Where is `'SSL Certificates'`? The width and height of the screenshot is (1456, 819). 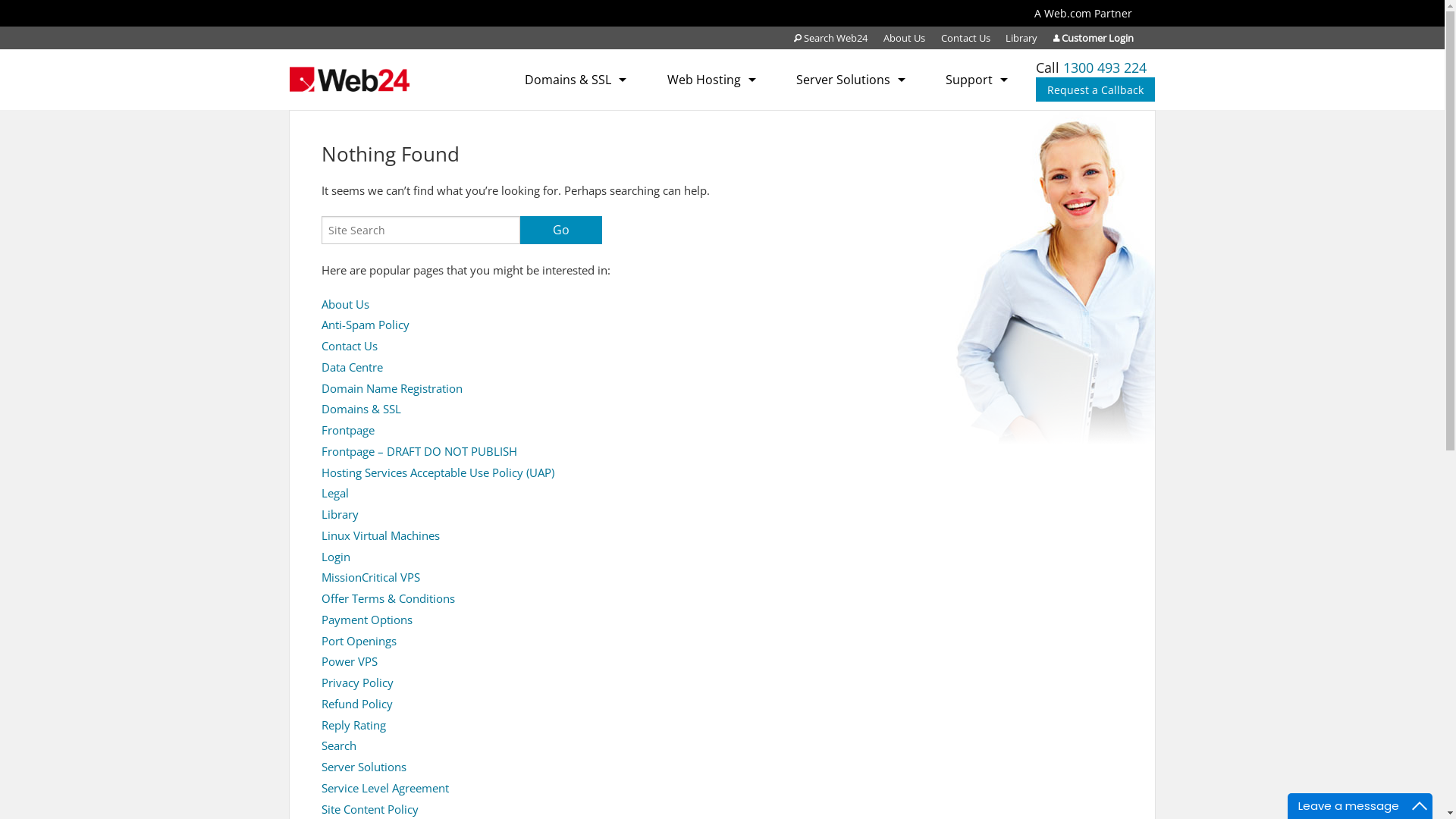
'SSL Certificates' is located at coordinates (505, 125).